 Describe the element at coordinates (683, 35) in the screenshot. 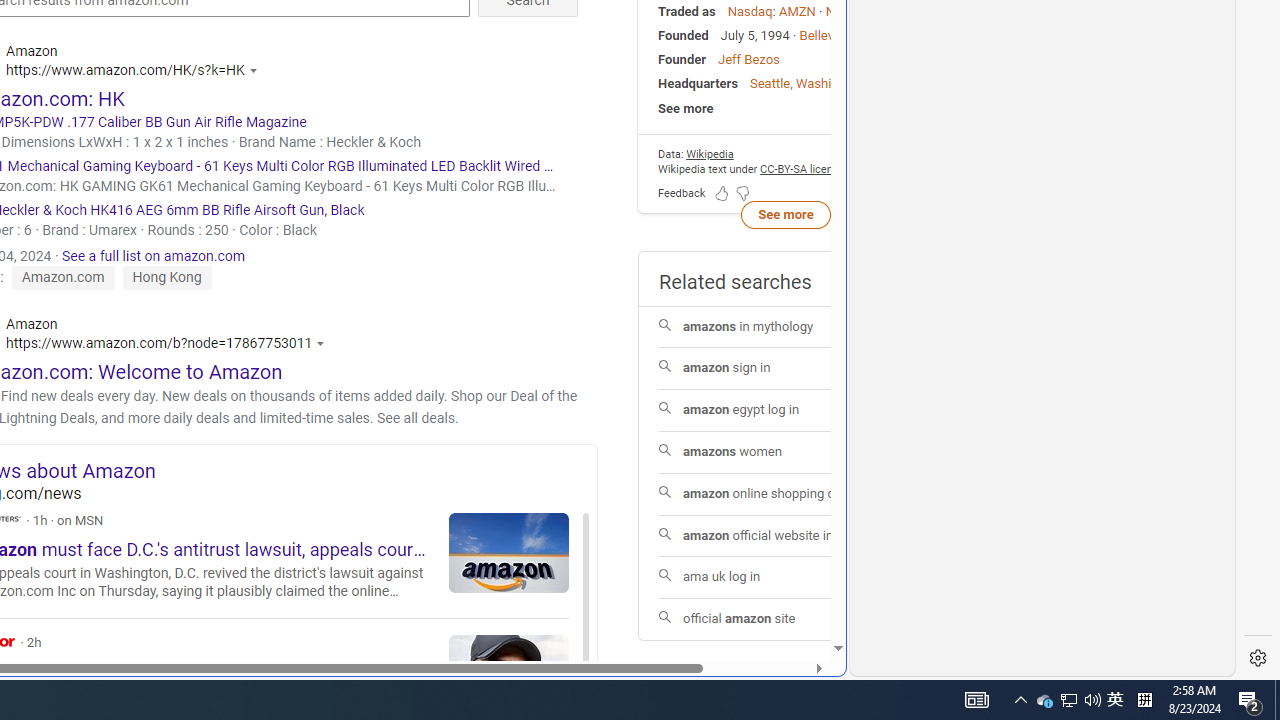

I see `'Founded'` at that location.